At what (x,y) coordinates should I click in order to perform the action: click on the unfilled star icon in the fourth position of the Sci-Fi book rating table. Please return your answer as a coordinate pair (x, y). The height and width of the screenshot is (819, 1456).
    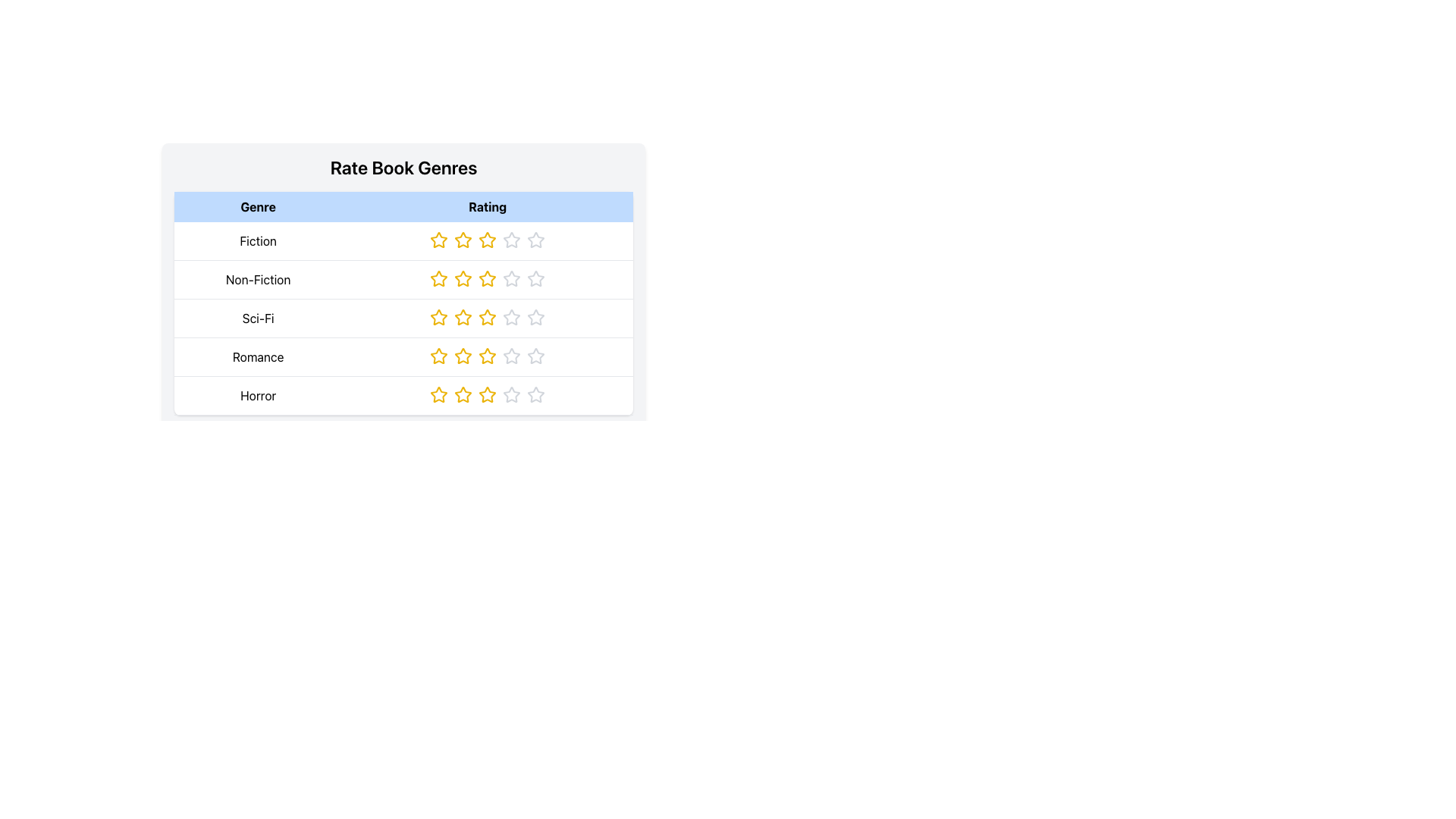
    Looking at the image, I should click on (536, 316).